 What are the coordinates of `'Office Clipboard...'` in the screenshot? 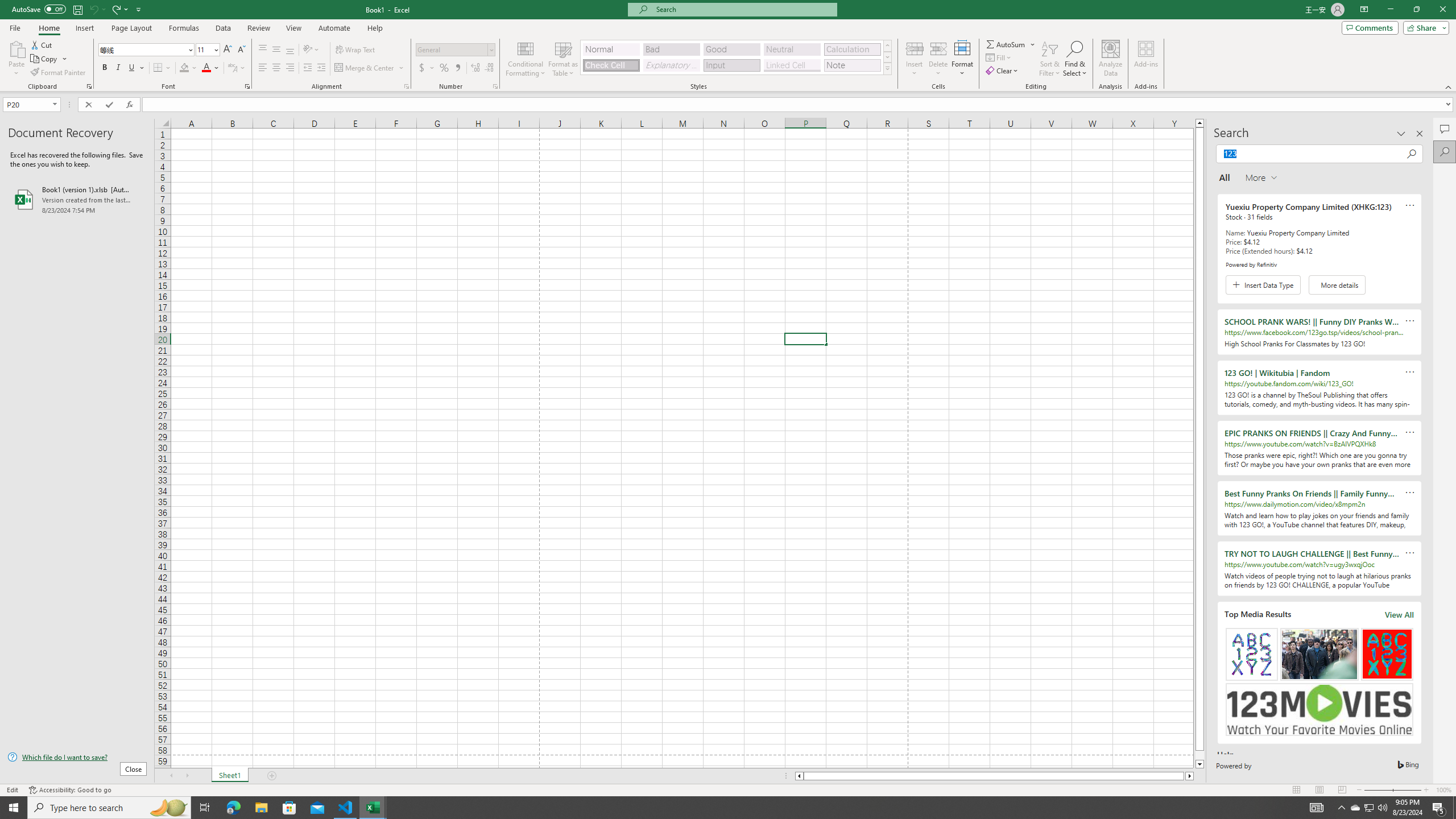 It's located at (88, 85).